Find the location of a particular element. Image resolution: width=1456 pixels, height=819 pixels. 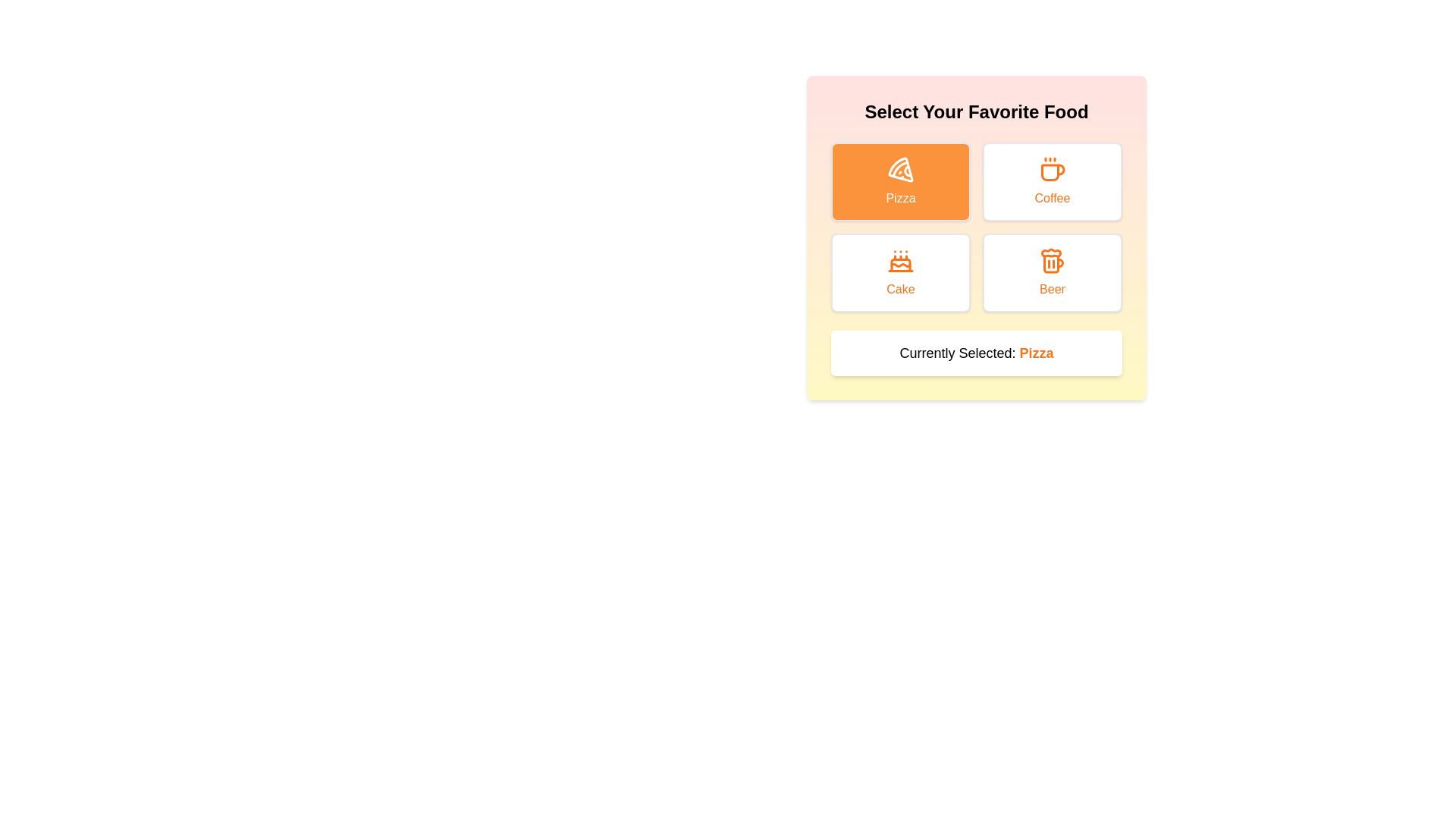

the food item Coffee by clicking its button is located at coordinates (1051, 180).